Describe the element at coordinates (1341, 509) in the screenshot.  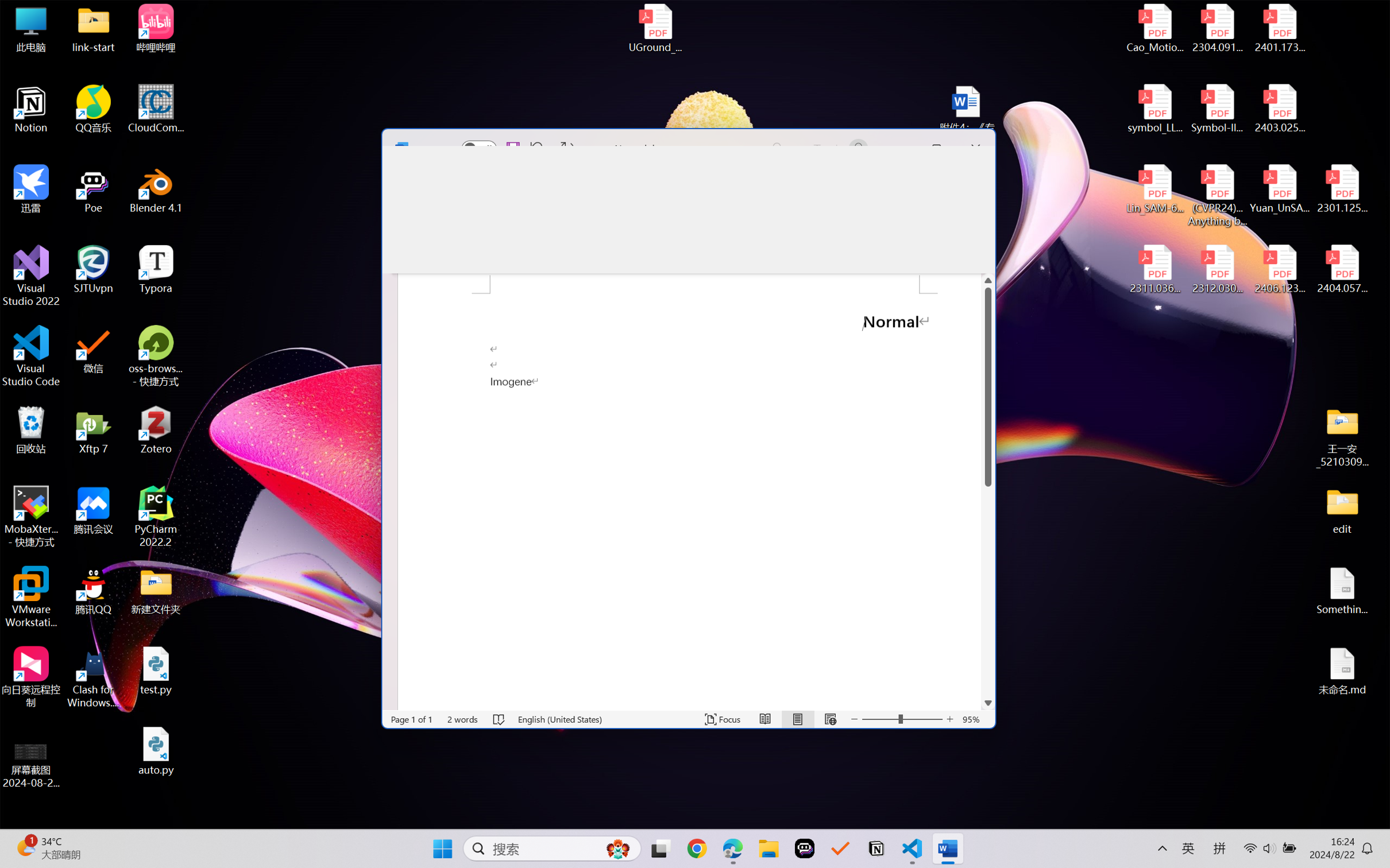
I see `'edit'` at that location.